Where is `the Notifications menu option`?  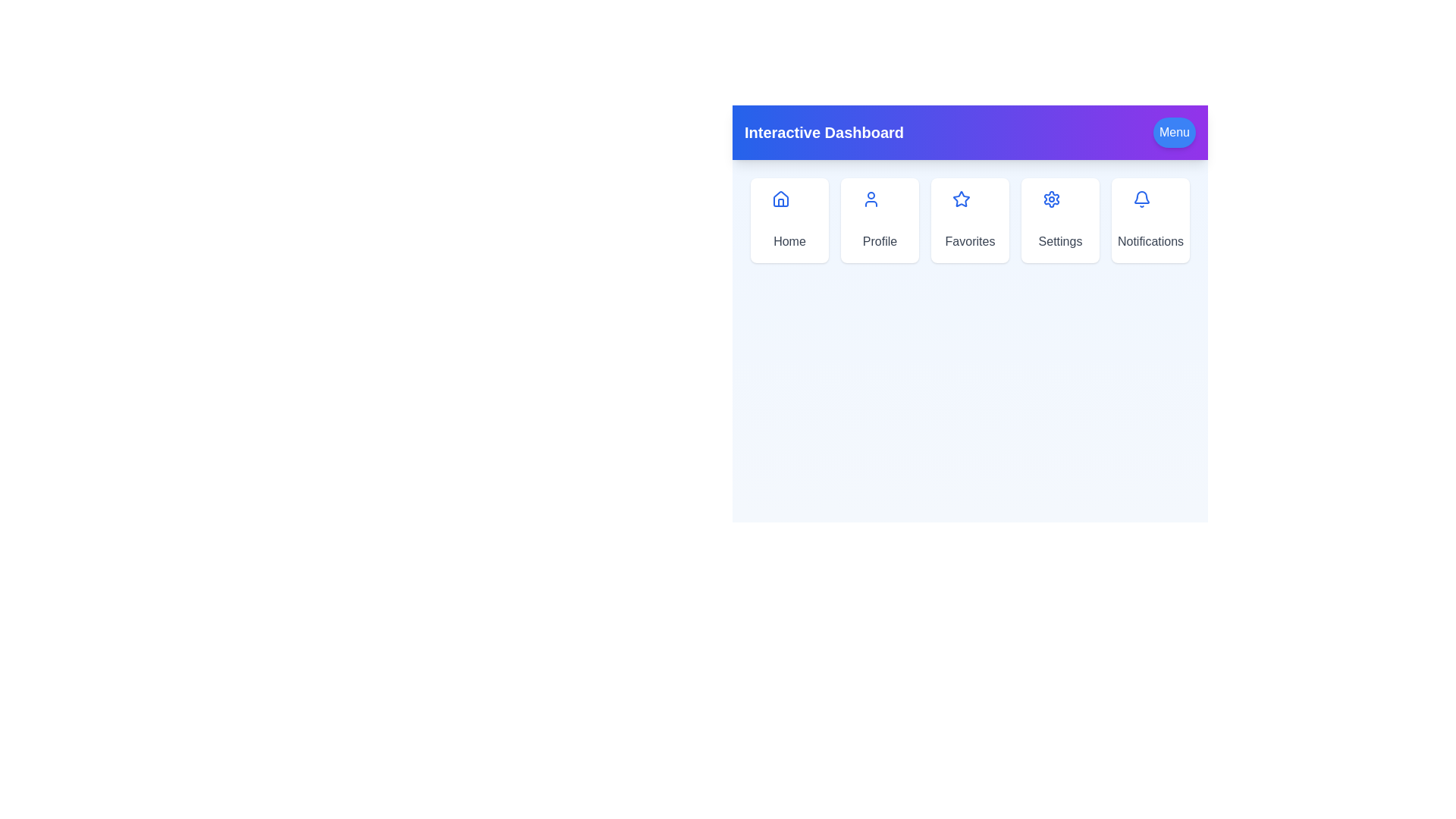
the Notifications menu option is located at coordinates (1150, 220).